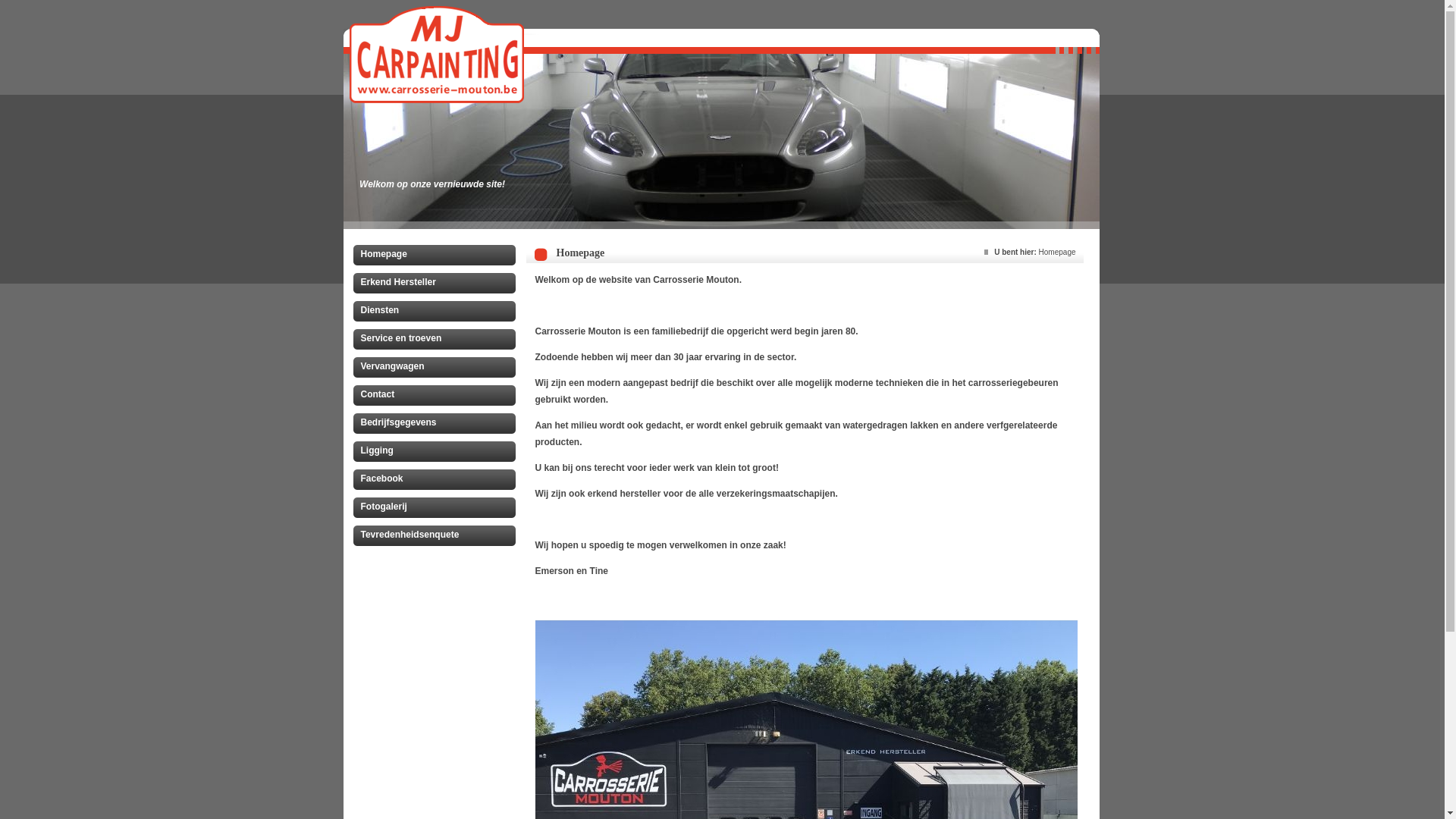 This screenshot has width=1456, height=819. What do you see at coordinates (437, 341) in the screenshot?
I see `'Service en troeven'` at bounding box center [437, 341].